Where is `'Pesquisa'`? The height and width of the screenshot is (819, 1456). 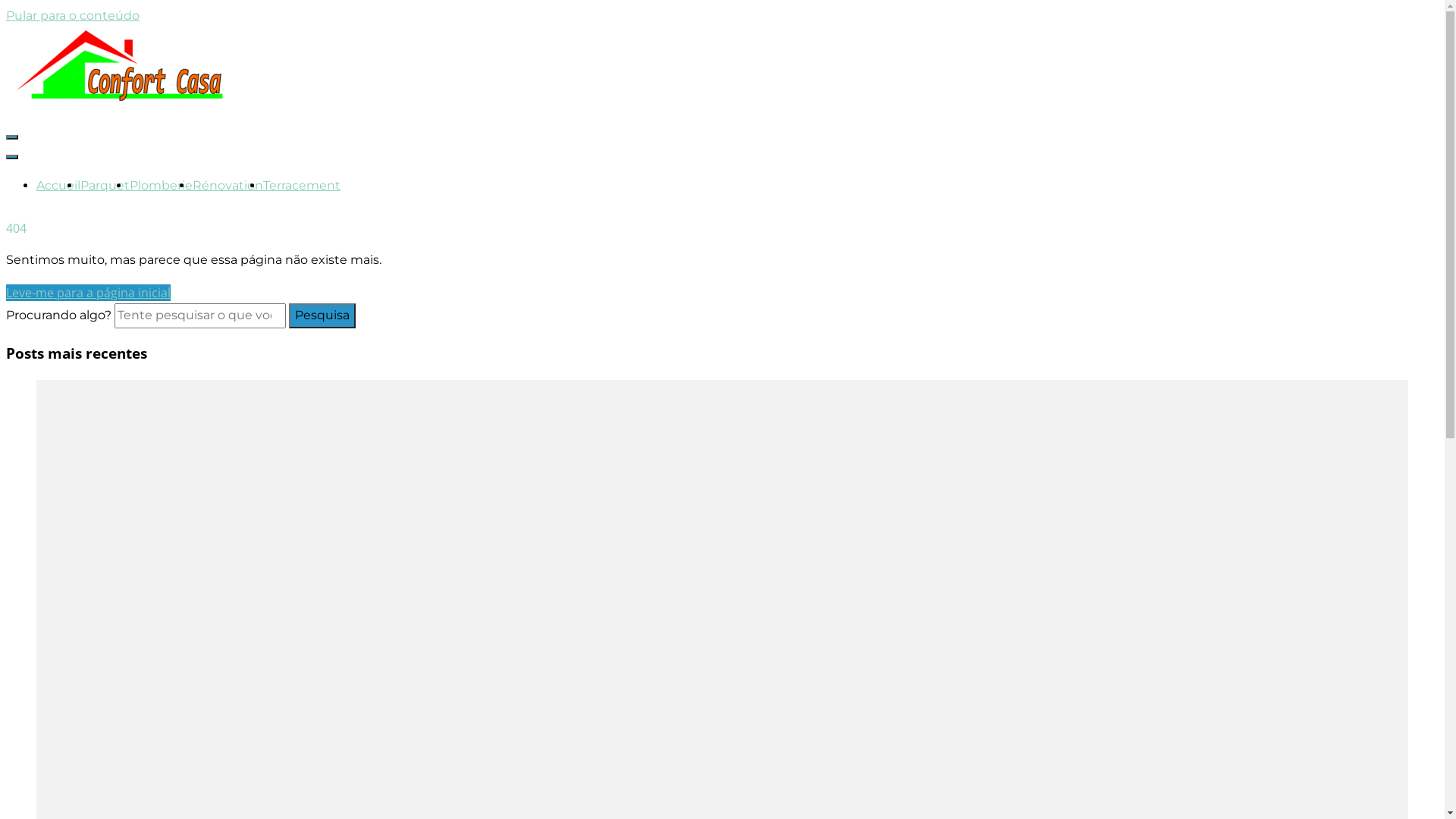 'Pesquisa' is located at coordinates (322, 315).